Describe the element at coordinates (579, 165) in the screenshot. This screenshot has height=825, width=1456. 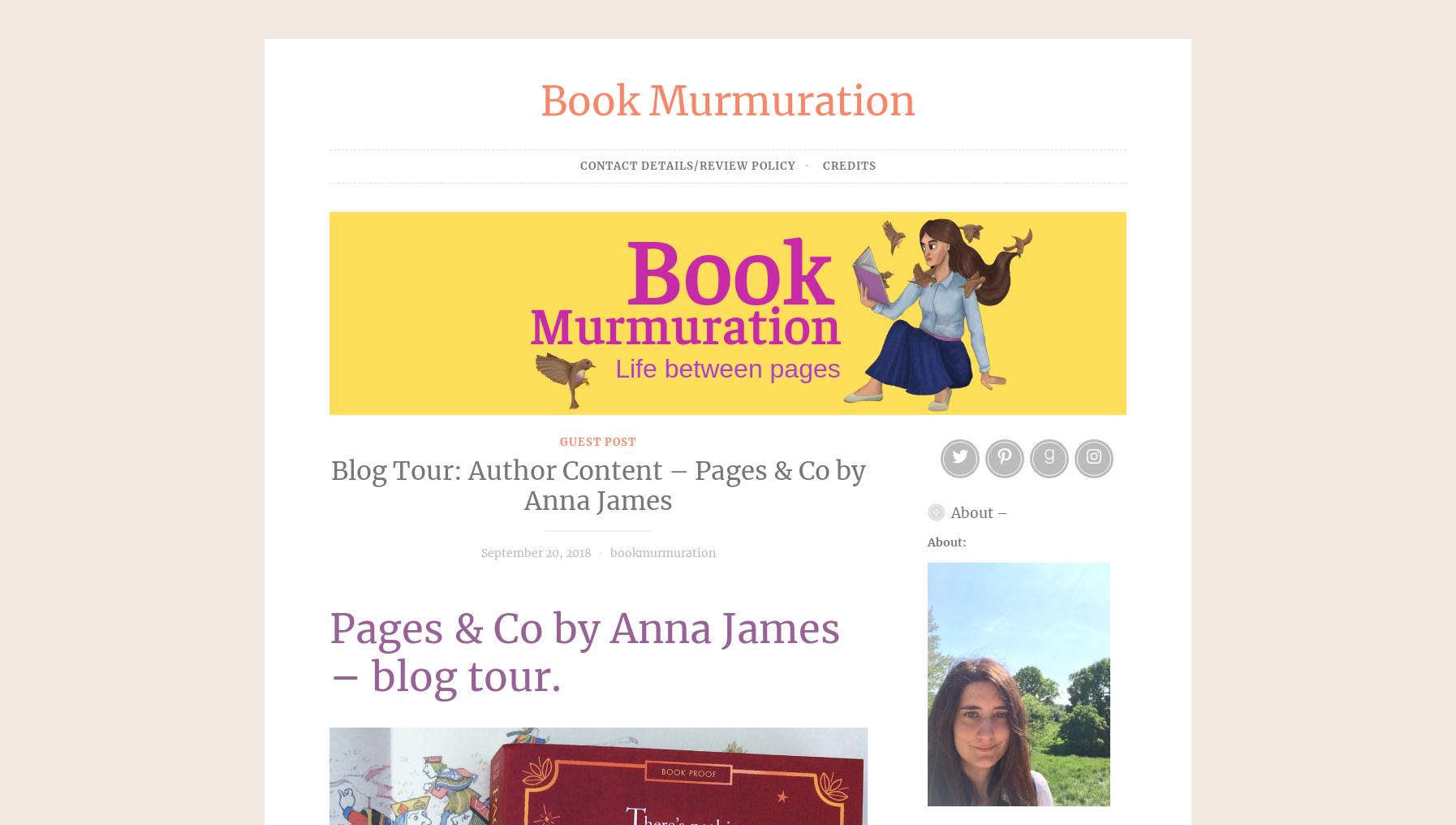
I see `'Contact Details/Review Policy'` at that location.